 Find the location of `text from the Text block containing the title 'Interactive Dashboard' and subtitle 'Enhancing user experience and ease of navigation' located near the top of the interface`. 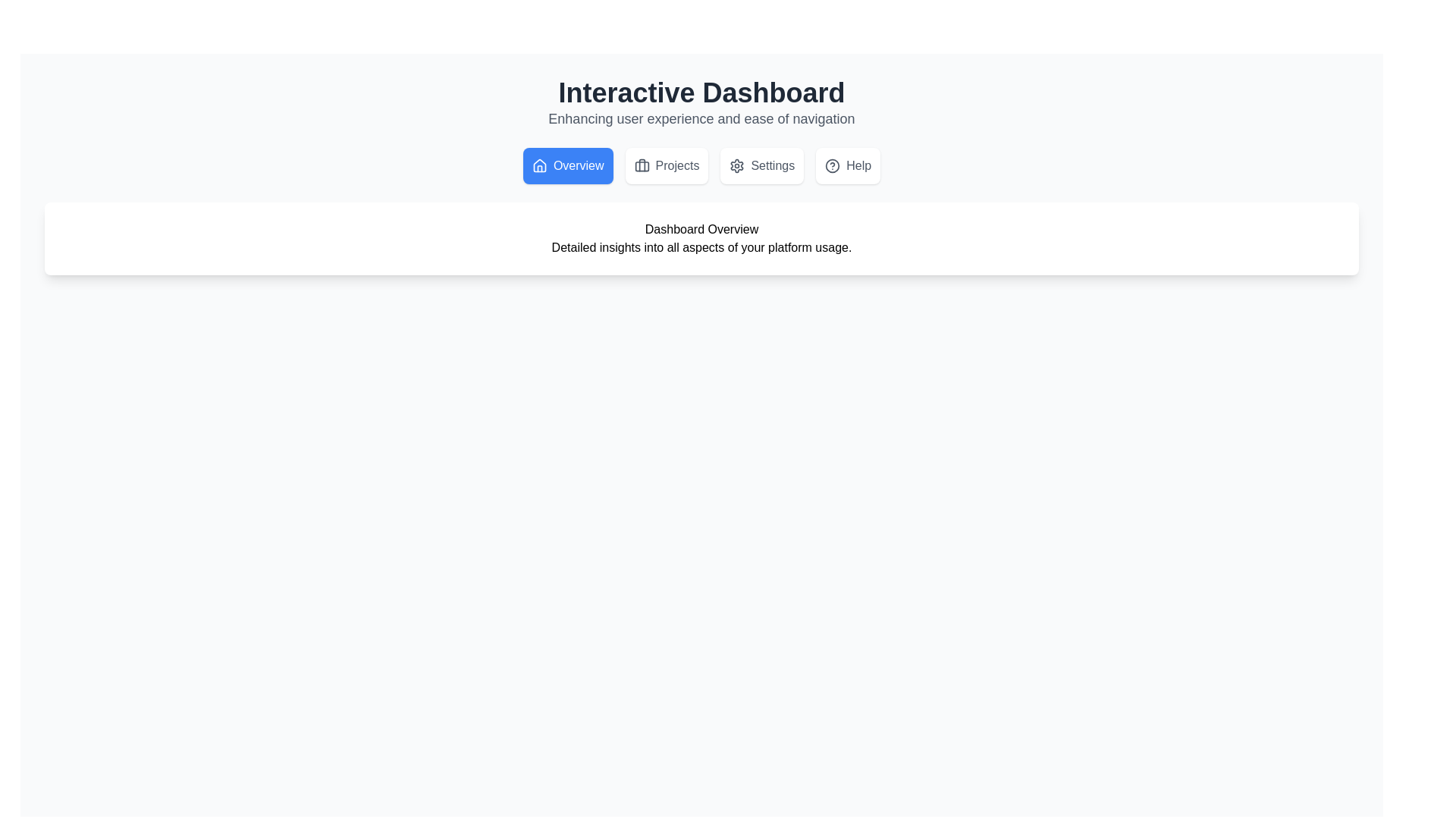

text from the Text block containing the title 'Interactive Dashboard' and subtitle 'Enhancing user experience and ease of navigation' located near the top of the interface is located at coordinates (701, 103).